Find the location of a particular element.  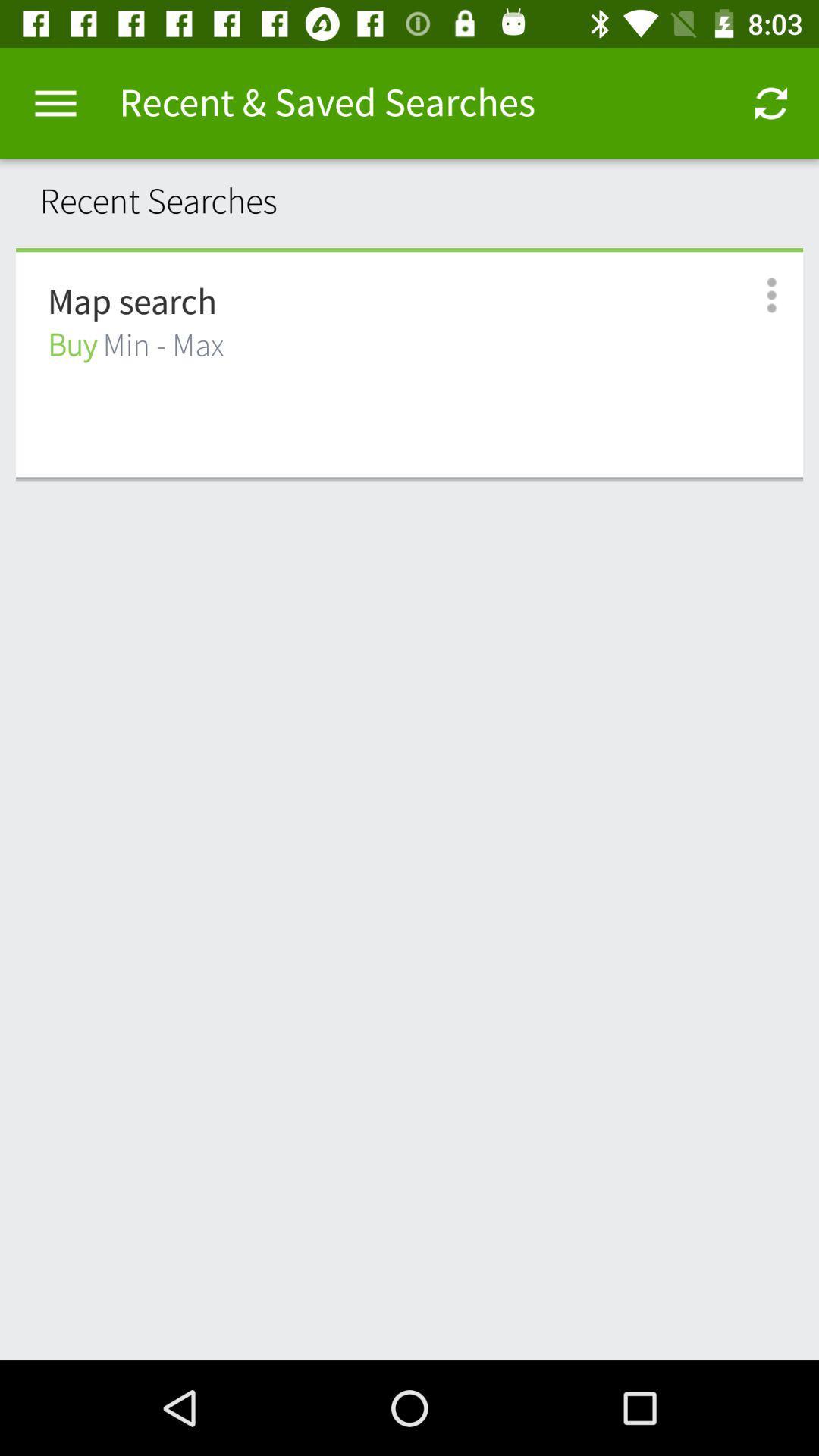

the item above the recent searches item is located at coordinates (55, 102).